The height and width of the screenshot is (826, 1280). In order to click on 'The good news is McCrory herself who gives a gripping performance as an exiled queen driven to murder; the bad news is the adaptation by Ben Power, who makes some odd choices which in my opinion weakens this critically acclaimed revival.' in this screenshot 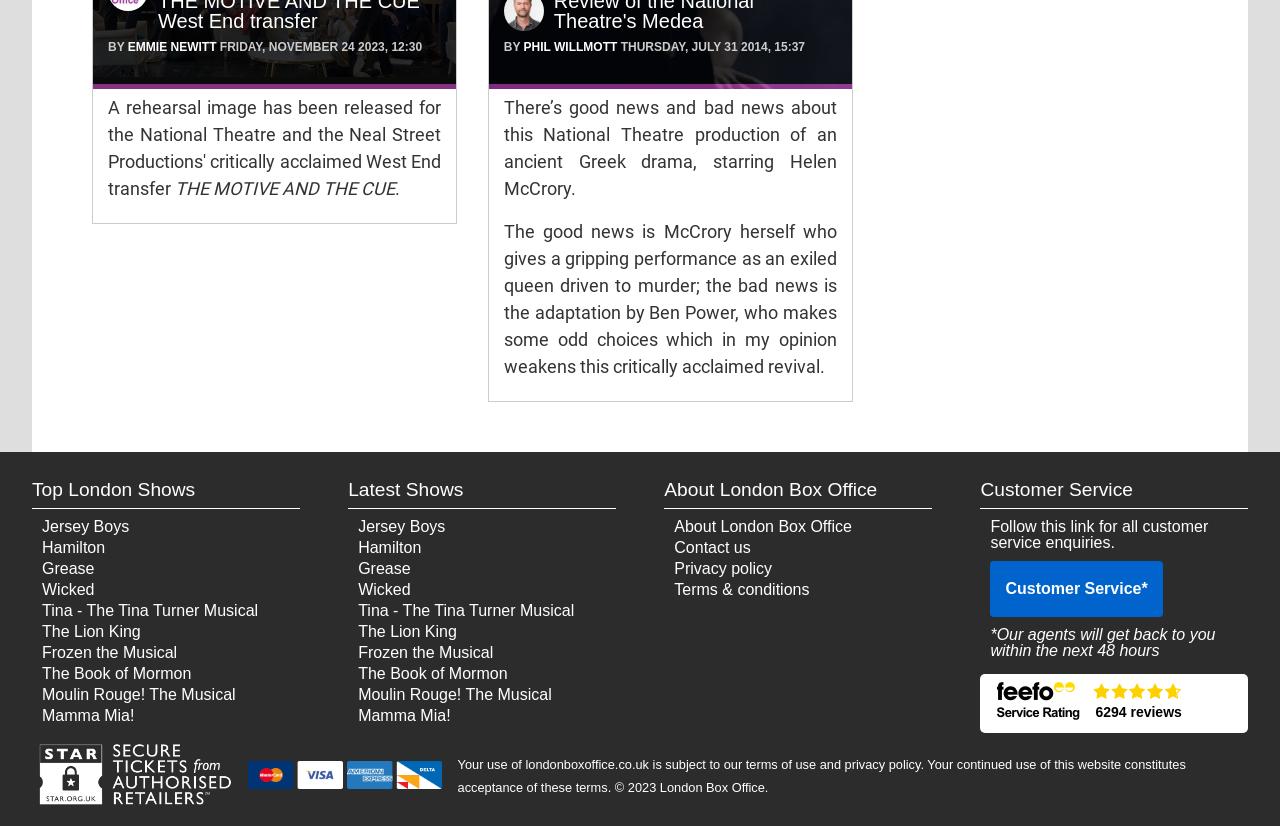, I will do `click(669, 299)`.